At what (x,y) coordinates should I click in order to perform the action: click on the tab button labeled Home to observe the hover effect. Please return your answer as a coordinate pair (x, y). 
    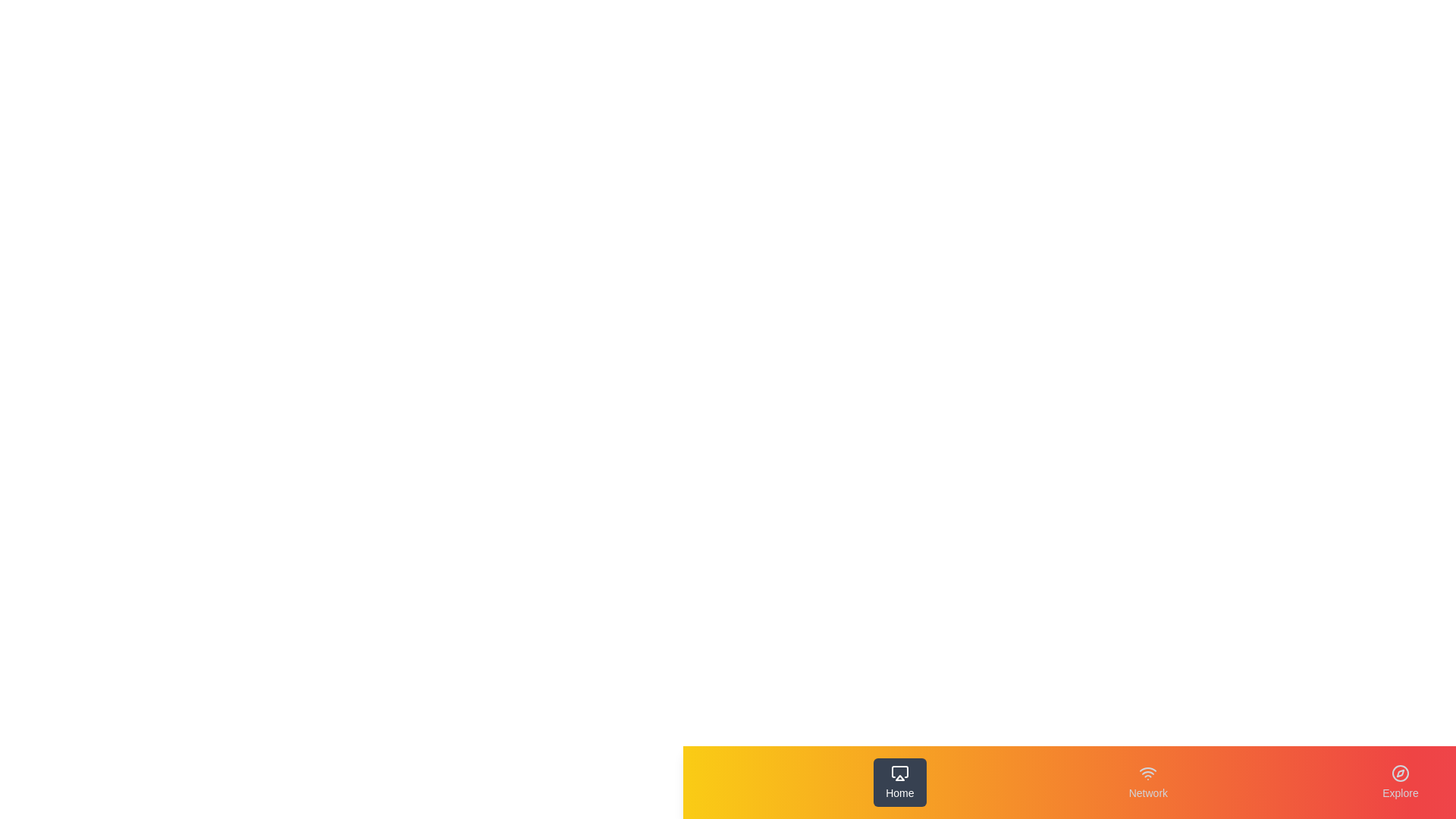
    Looking at the image, I should click on (899, 783).